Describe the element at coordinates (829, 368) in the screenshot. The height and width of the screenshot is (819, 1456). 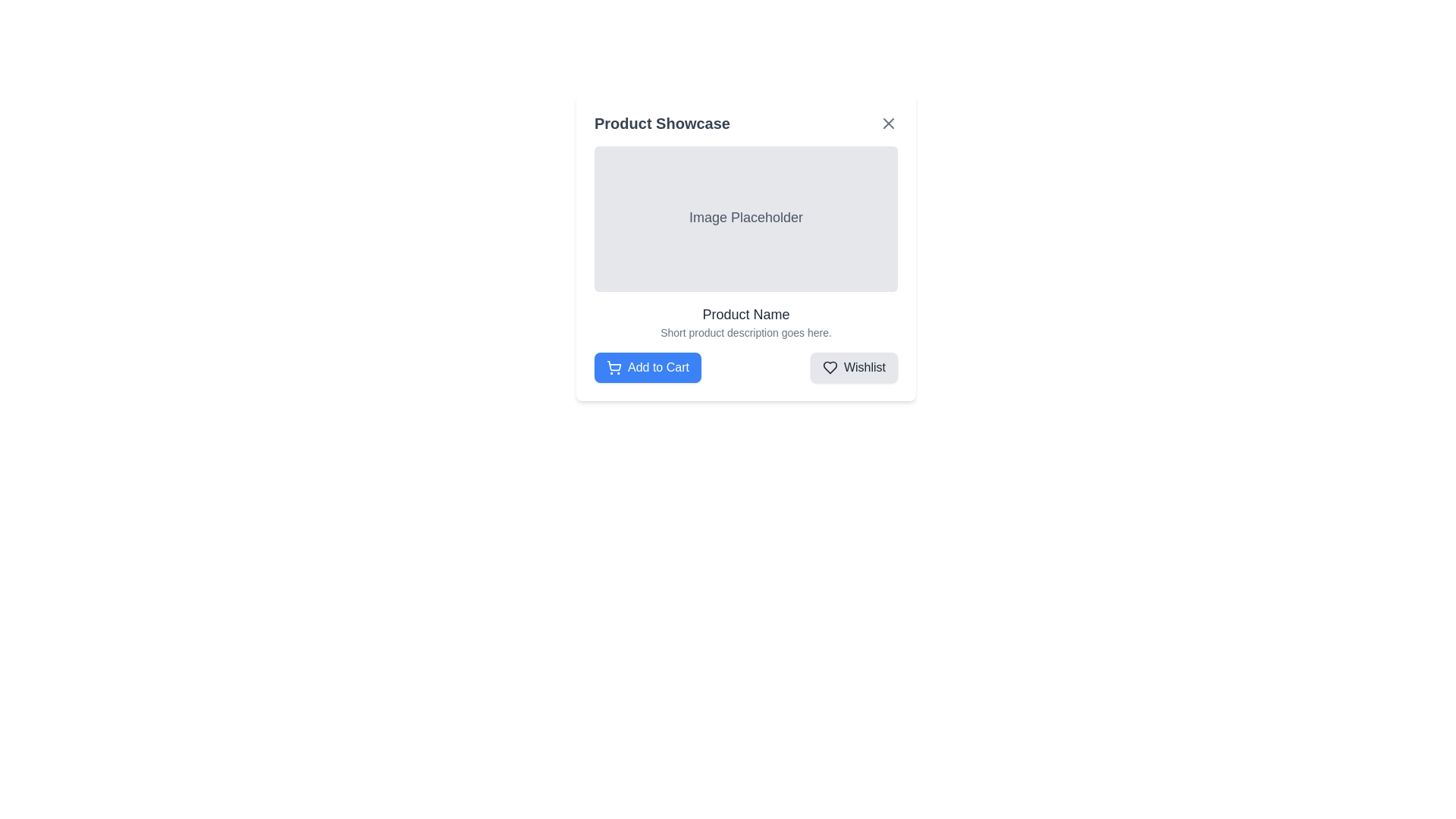
I see `the heart-shaped 'like' icon that is part of the 'Wishlist' button located in the lower-right area of the content card` at that location.